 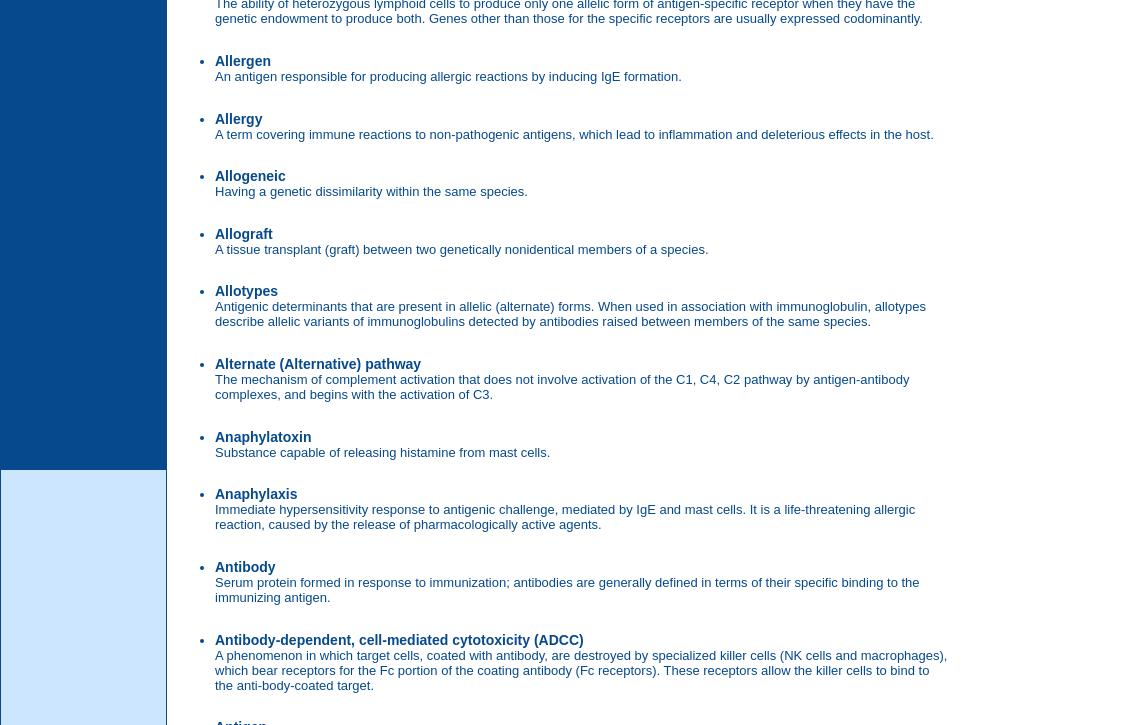 I want to click on 'Immediate hypersensitivity response to antigenic challenge, mediated by IgE and mast cells. It is a life-threatening allergic reaction, caused by the release of pharmacologically active agents.', so click(x=564, y=516).